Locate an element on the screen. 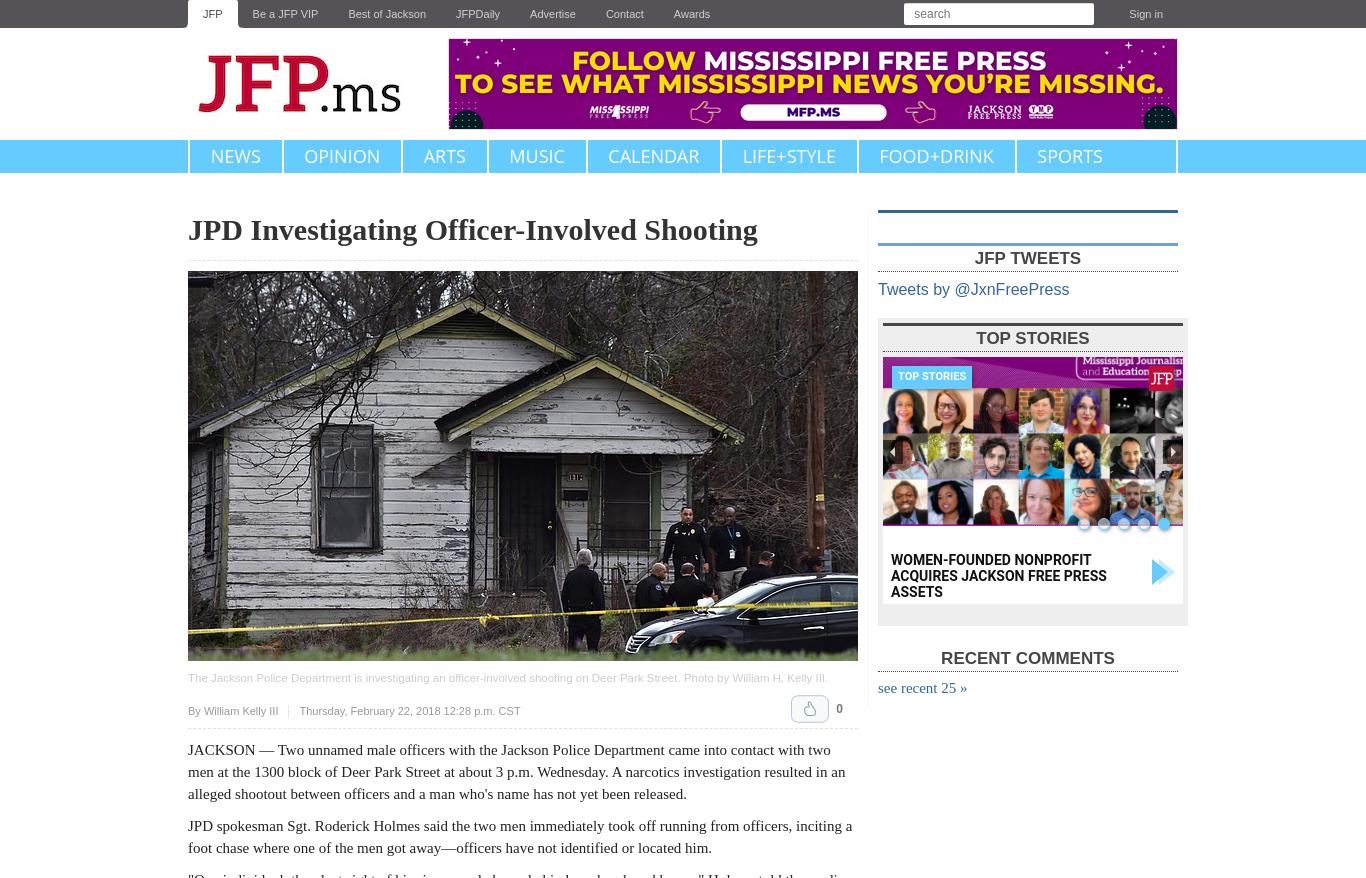 The image size is (1366, 878). 'JFP' is located at coordinates (211, 12).